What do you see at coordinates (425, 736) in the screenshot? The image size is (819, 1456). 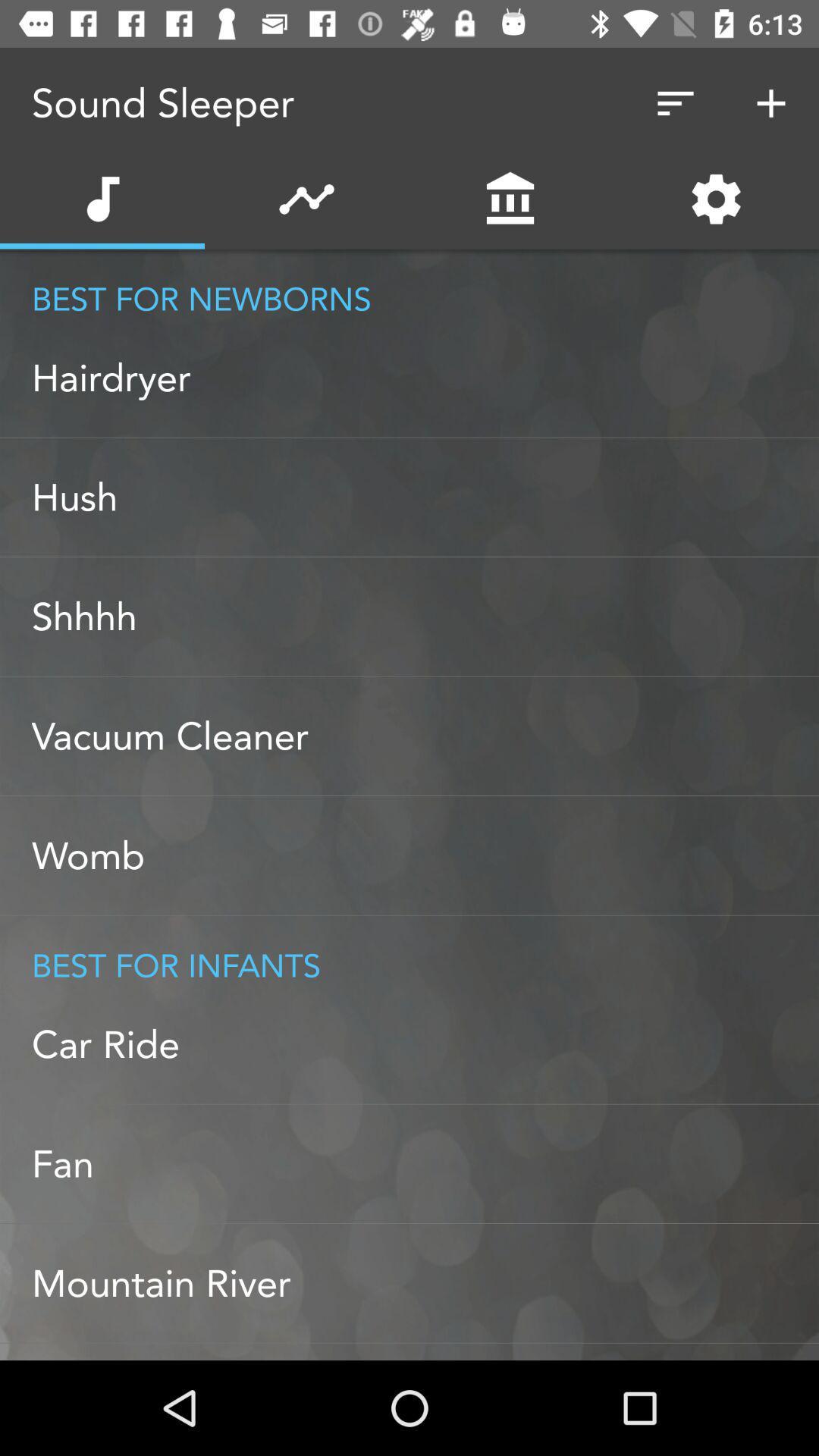 I see `the vacuum cleaner icon` at bounding box center [425, 736].